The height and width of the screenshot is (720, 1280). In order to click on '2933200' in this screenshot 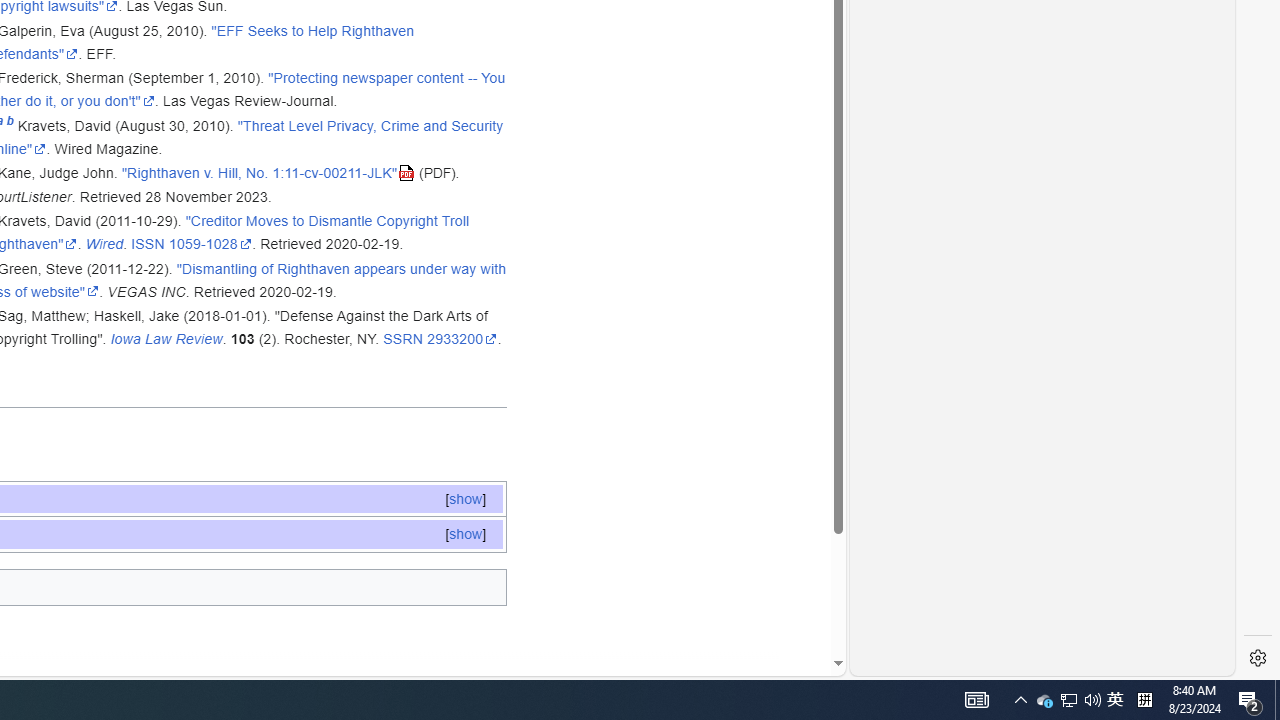, I will do `click(461, 338)`.